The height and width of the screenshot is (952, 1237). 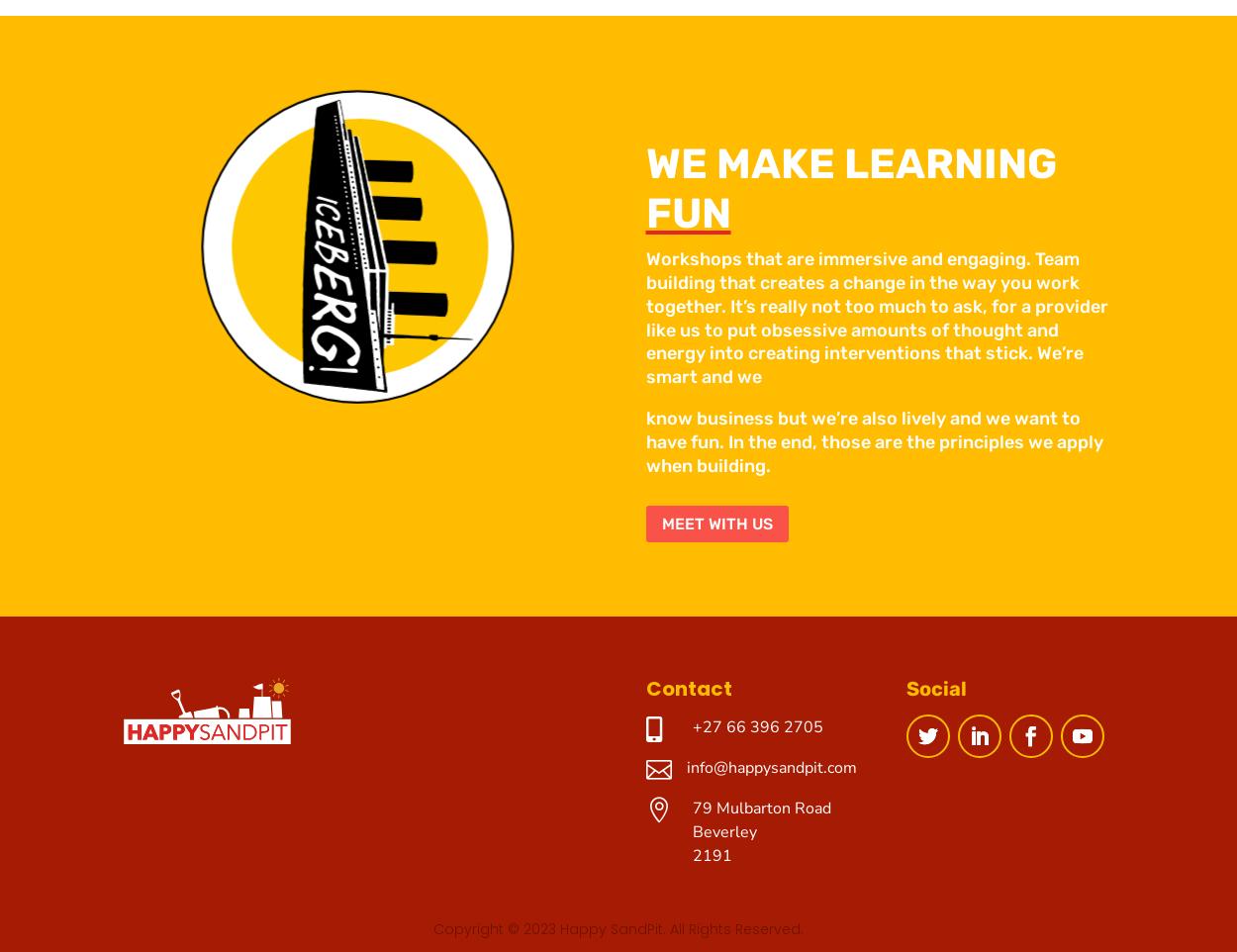 I want to click on 'Workshops that are immersive and engaging. Team building that creates a change in the way you work together. It’s really not too much to ask, for a provider like us to put obsessive amounts of thought and energy into creating interventions that stick. We’re smart and we', so click(x=876, y=317).